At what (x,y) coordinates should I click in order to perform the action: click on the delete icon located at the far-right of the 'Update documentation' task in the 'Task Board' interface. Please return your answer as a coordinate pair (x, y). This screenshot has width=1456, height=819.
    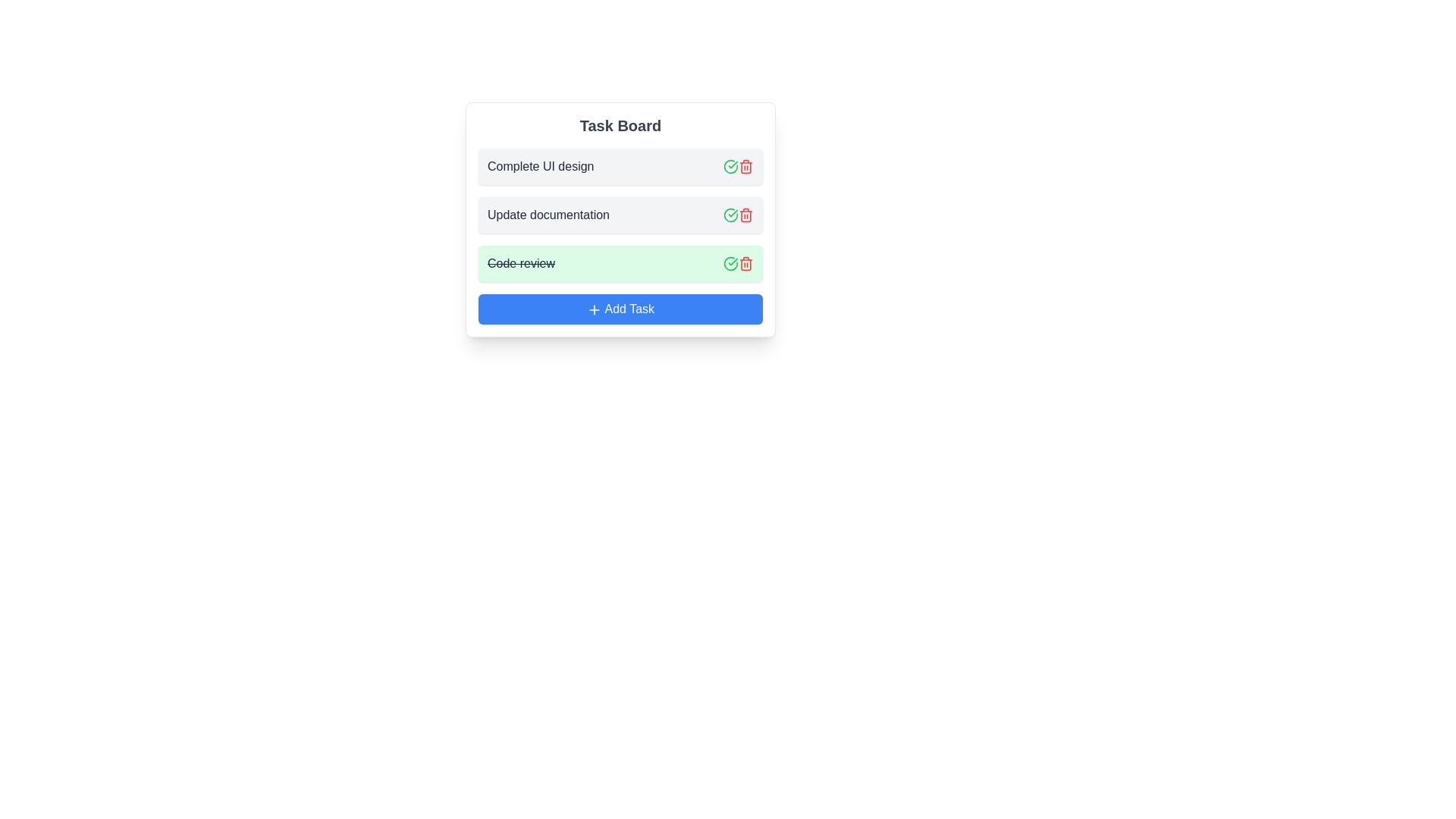
    Looking at the image, I should click on (745, 215).